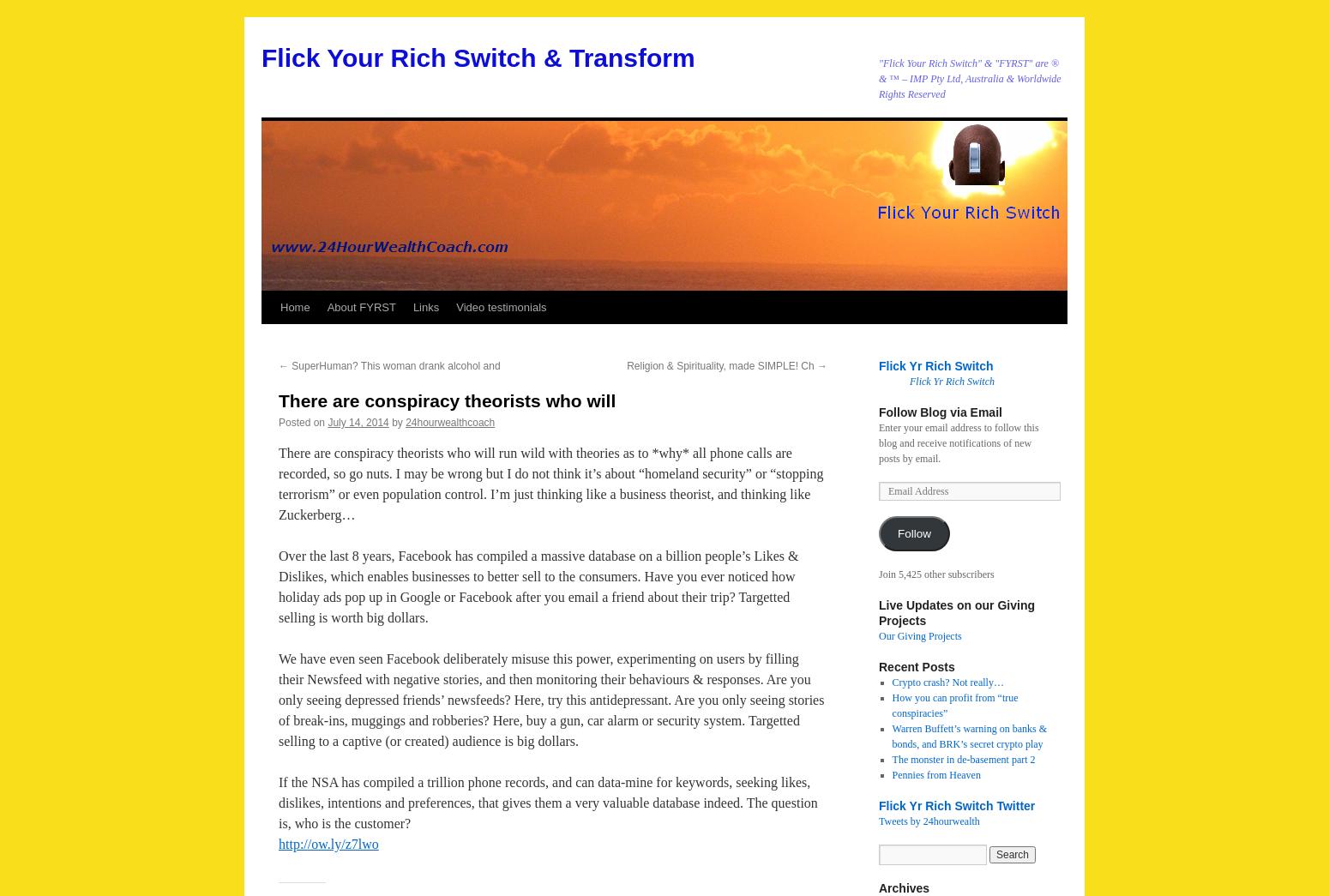 This screenshot has height=896, width=1329. I want to click on 'Over the last 8 years, Facebook has compiled a massive database on a billion people’s Likes & Dislikes, which enables businesses to better sell to the consumers. Have you ever noticed how holiday ads pop up in Google or Facebook after you email a friend about their trip? Targetted selling is worth big dollars.', so click(538, 586).